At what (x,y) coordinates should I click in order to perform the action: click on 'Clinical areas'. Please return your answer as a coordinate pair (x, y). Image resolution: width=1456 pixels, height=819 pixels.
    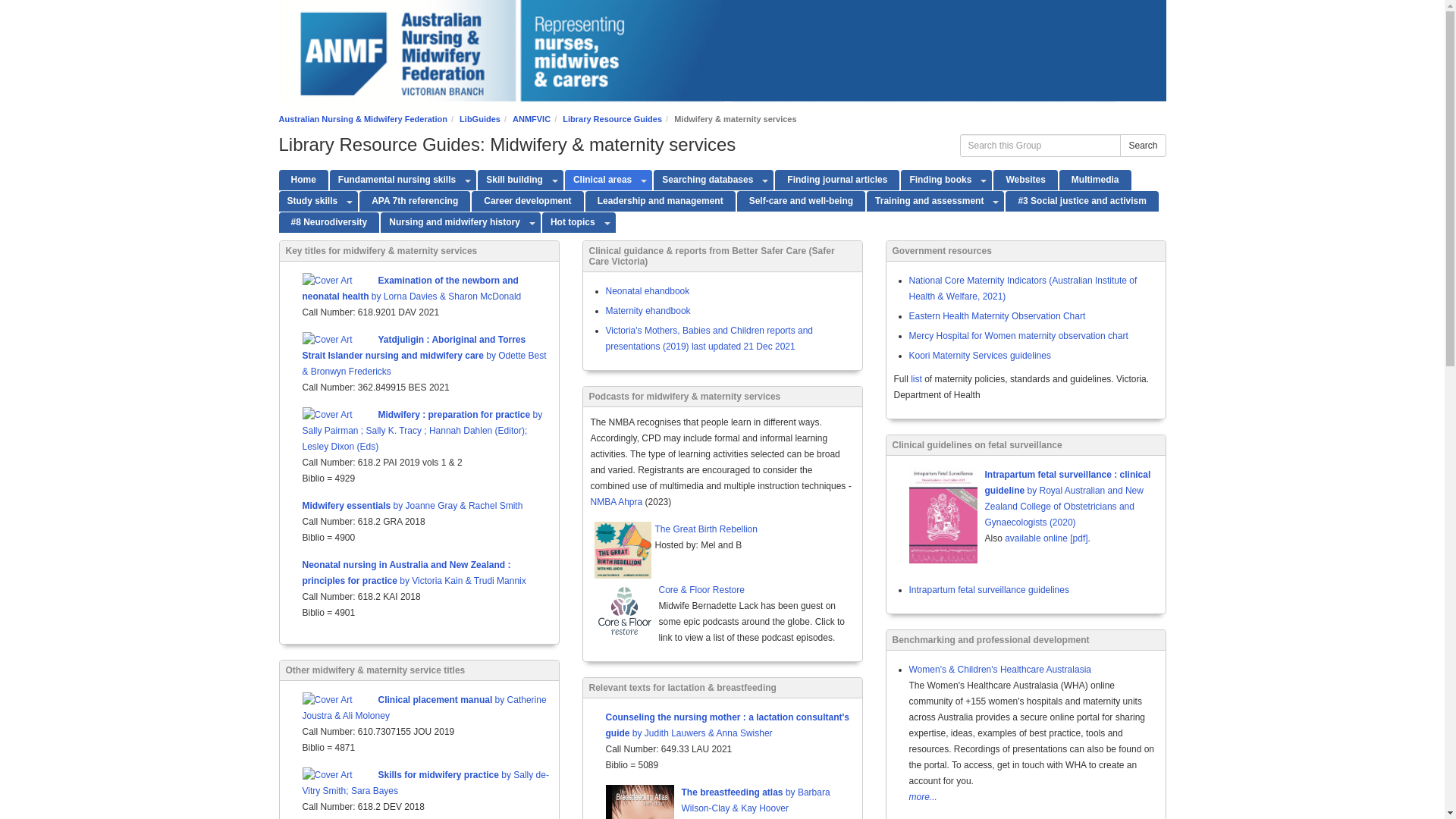
    Looking at the image, I should click on (600, 179).